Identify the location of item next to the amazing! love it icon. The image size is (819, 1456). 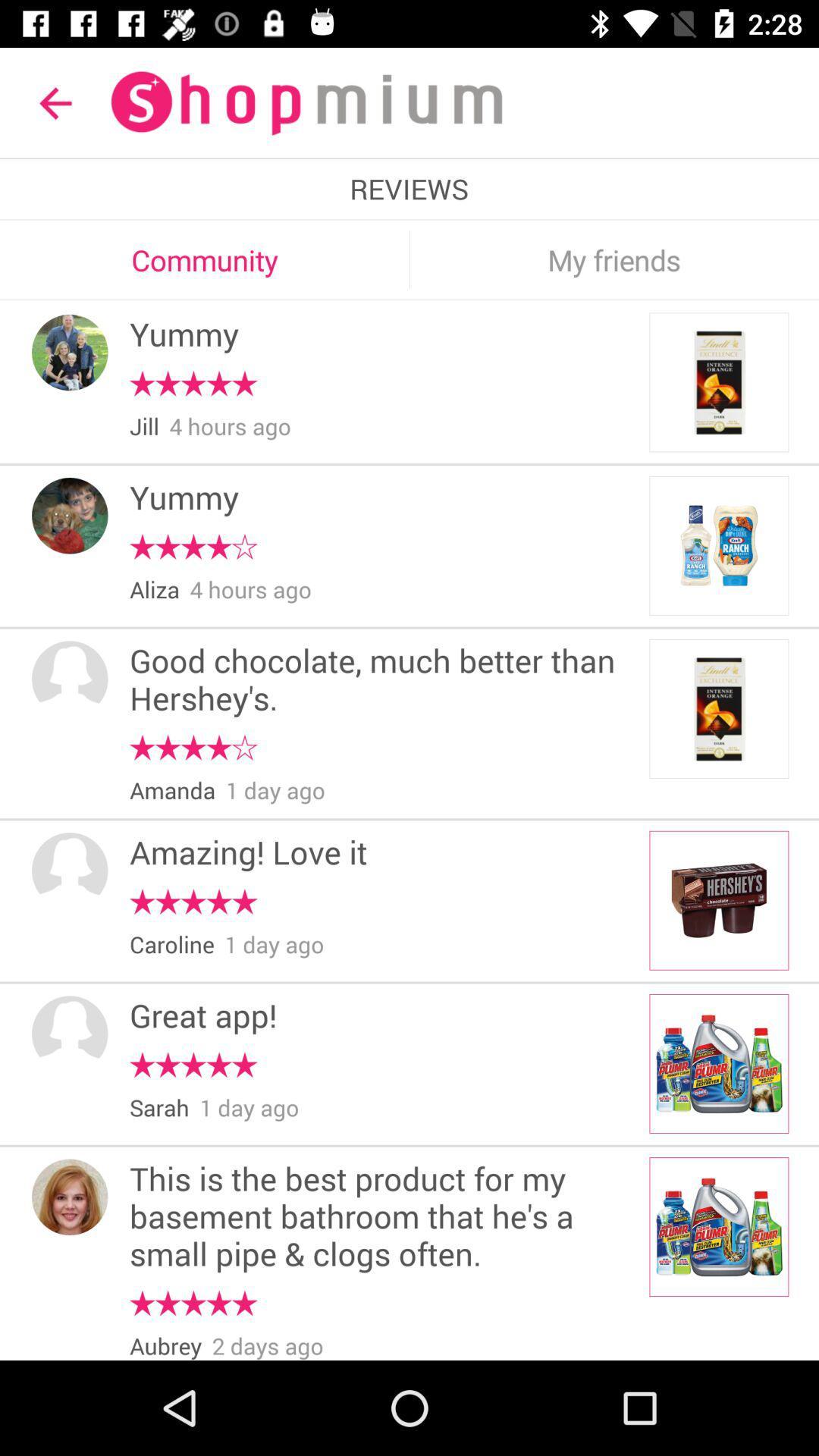
(70, 871).